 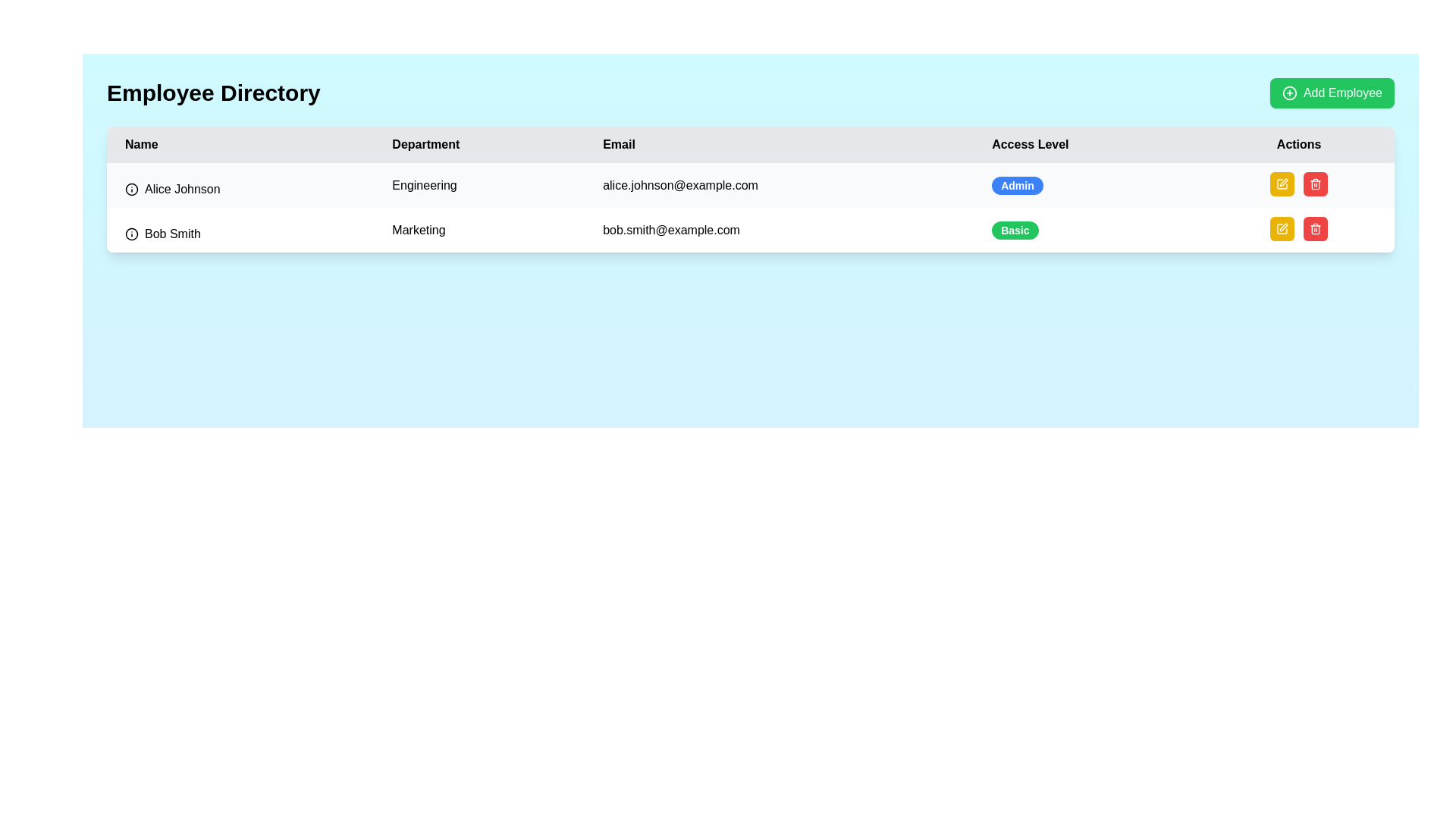 I want to click on the trash can button located in the 'Actions' column of the second row, associated with 'Bob Smith', so click(x=1315, y=184).